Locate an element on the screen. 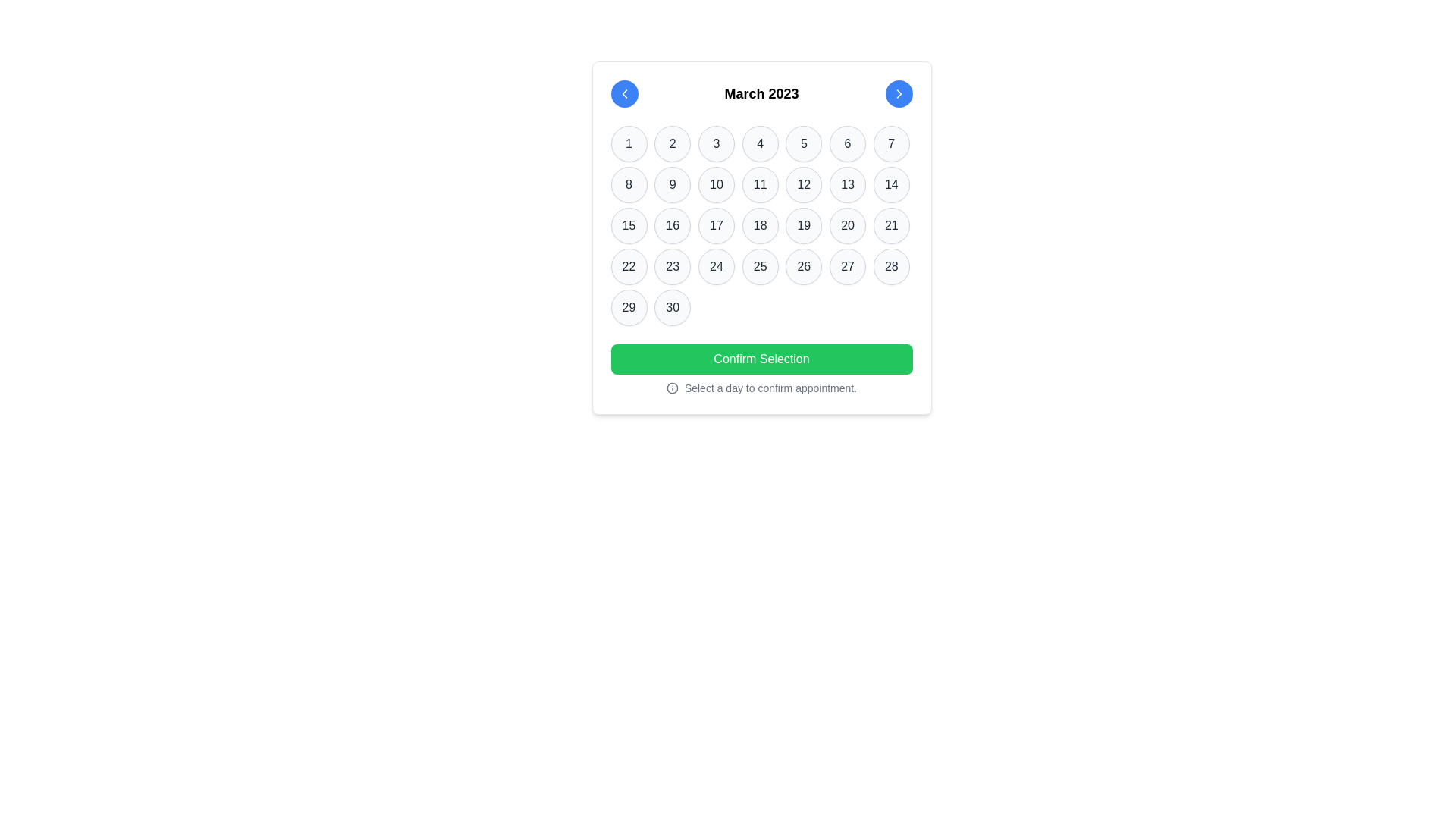  the information icon in the label that instructs 'Select a day to confirm appointment.' to trigger a tooltip is located at coordinates (761, 388).